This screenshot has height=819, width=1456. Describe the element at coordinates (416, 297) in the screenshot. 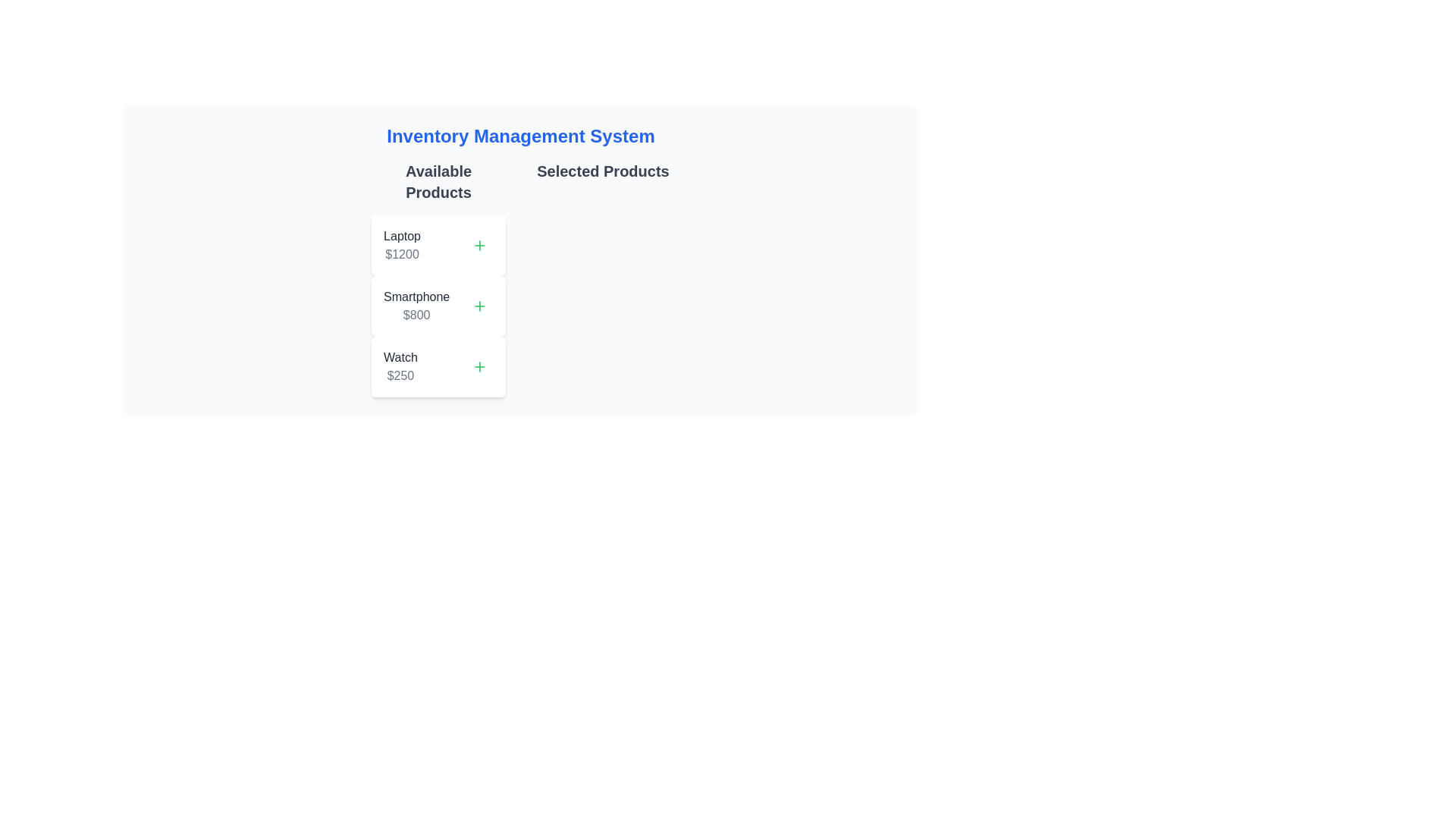

I see `text from the 'Smartphone' label, which serves as the title of the product displayed and is positioned directly above the price label in the product list` at that location.